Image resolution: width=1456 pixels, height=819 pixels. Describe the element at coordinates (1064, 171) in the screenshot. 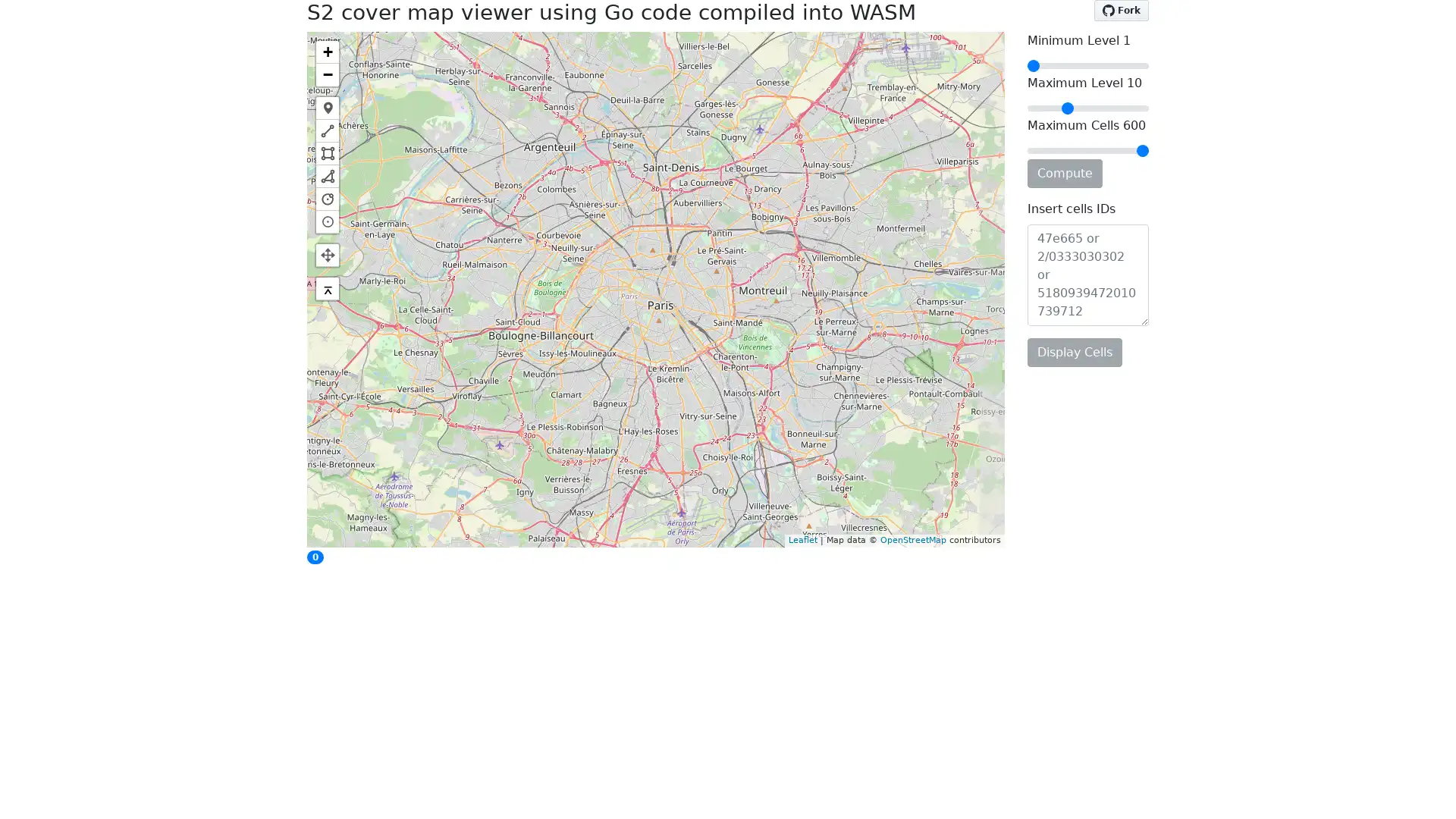

I see `Compute` at that location.